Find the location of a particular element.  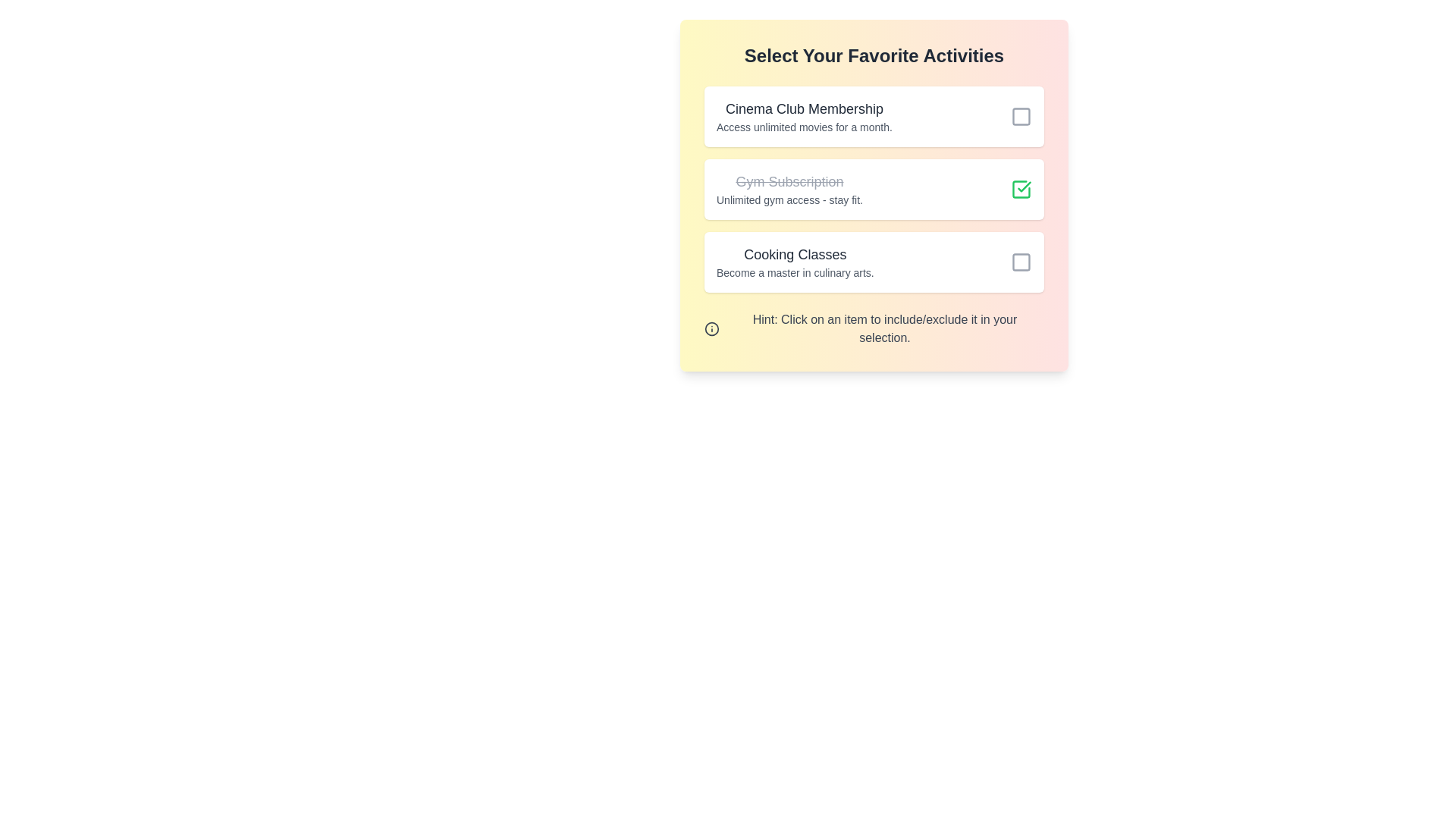

the checkbox indicator located is located at coordinates (1021, 262).